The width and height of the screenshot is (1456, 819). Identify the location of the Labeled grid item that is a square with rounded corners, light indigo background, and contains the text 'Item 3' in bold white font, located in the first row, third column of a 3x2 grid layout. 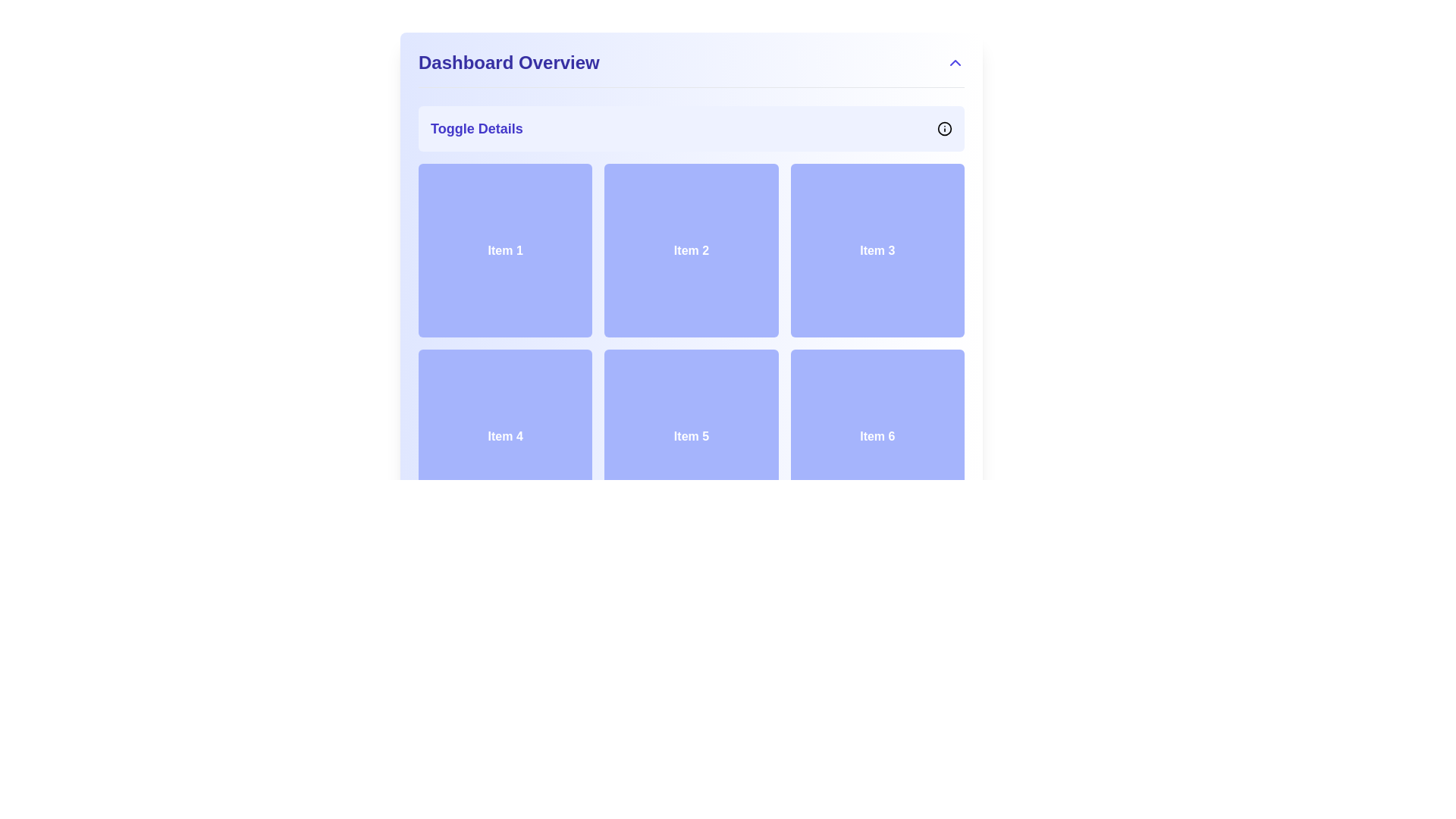
(877, 249).